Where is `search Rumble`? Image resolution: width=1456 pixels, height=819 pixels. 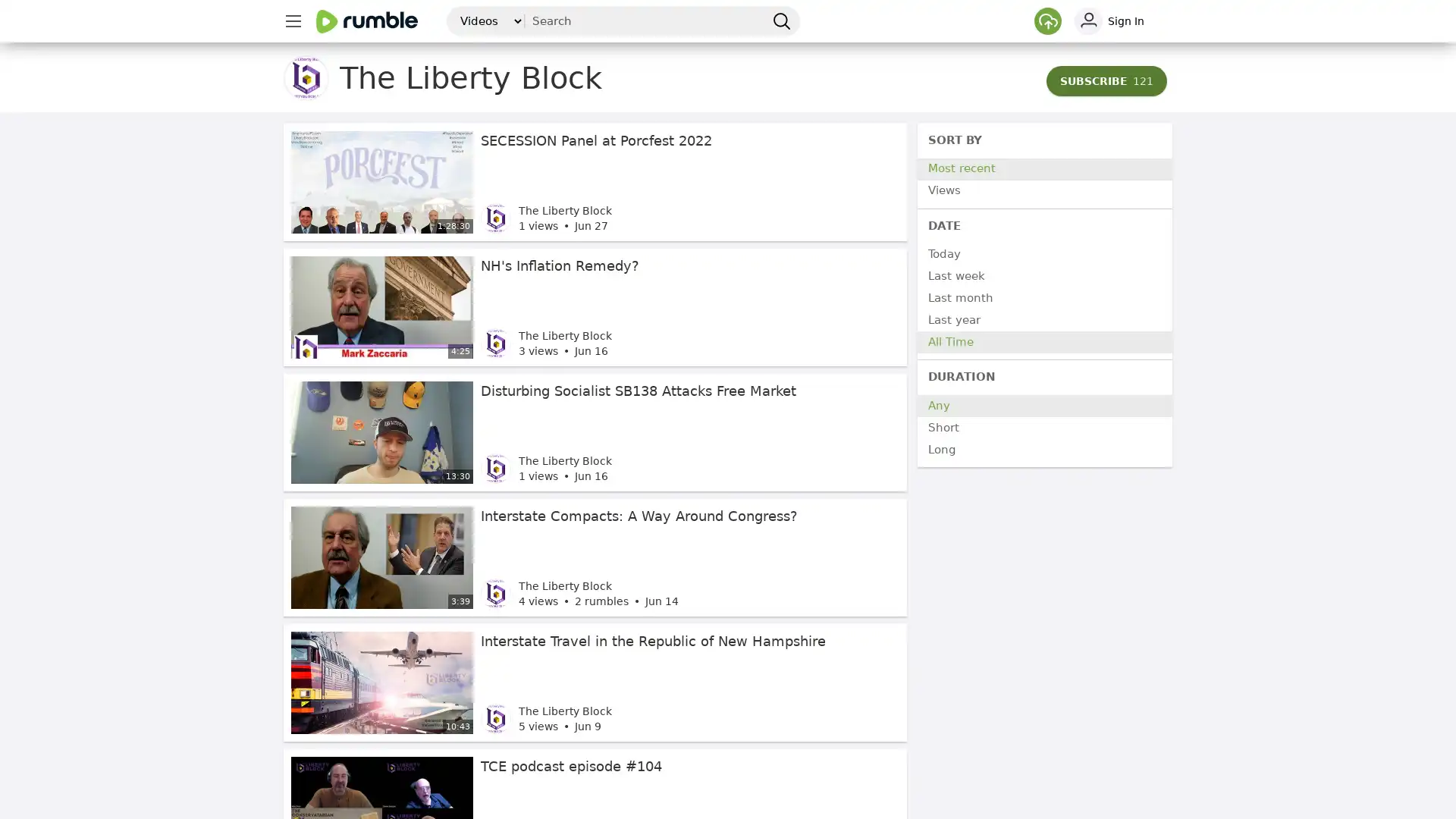
search Rumble is located at coordinates (781, 20).